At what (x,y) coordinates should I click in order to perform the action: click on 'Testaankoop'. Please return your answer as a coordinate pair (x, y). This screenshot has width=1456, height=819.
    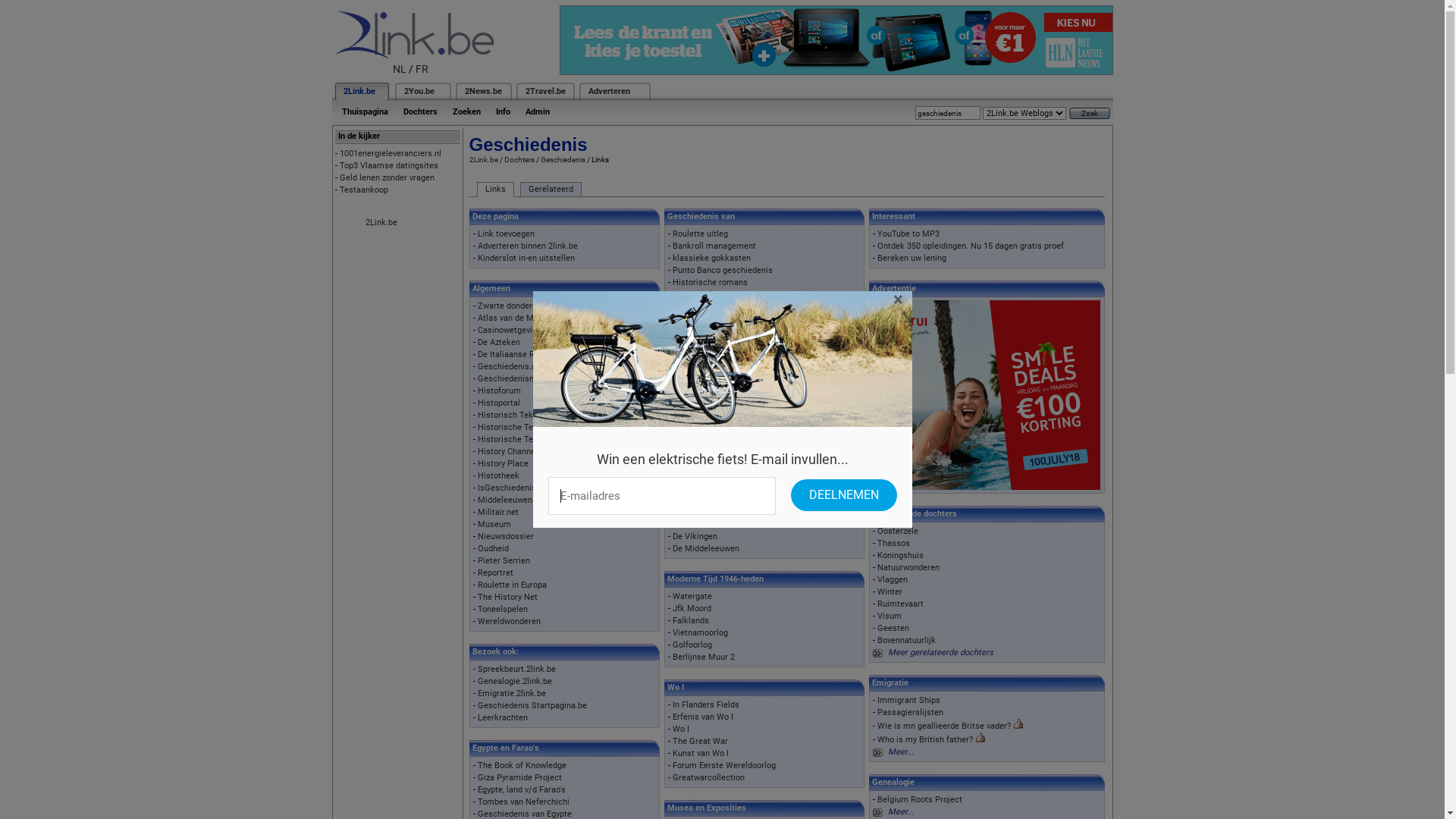
    Looking at the image, I should click on (364, 189).